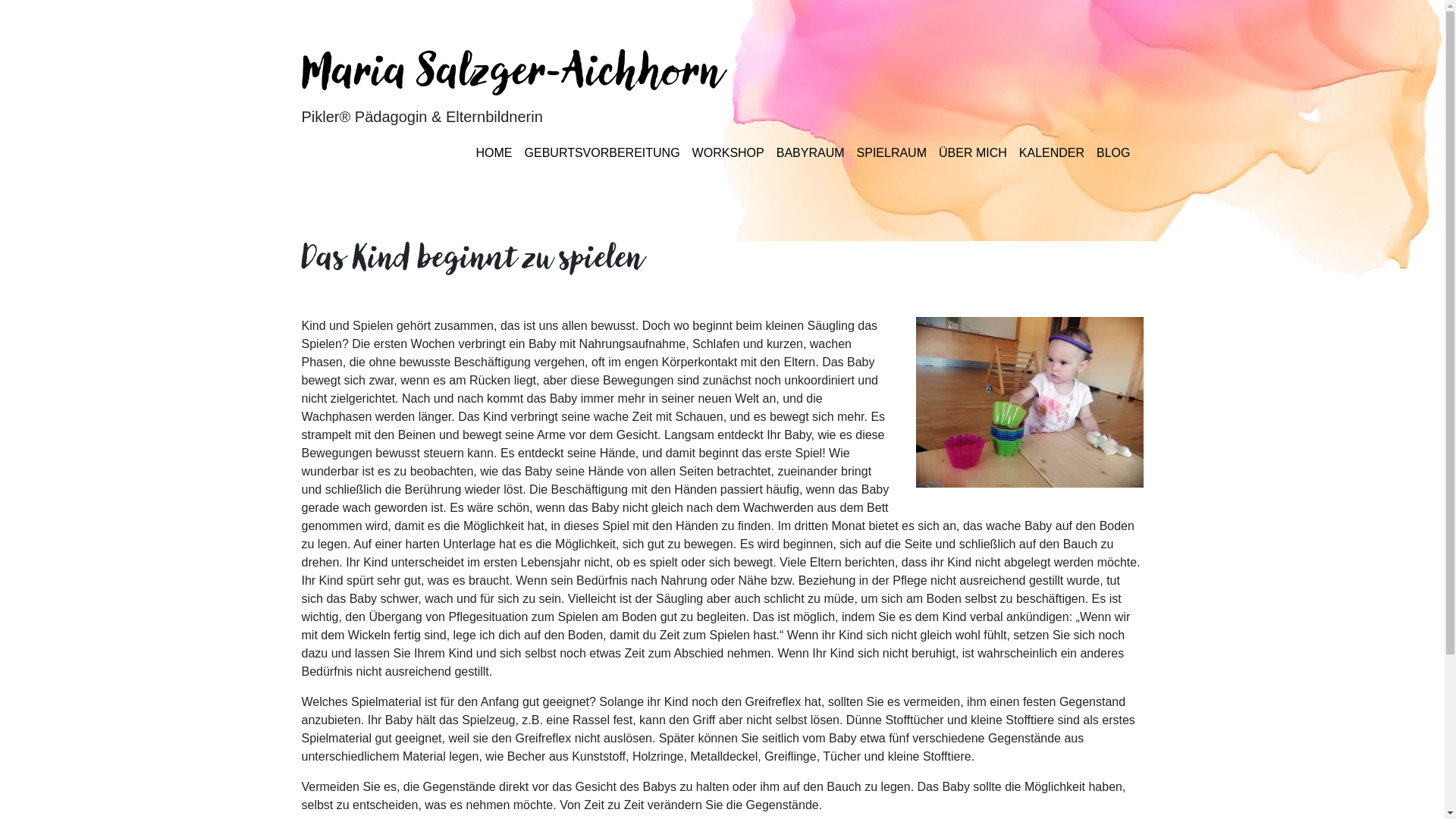  What do you see at coordinates (728, 152) in the screenshot?
I see `'WORKSHOP'` at bounding box center [728, 152].